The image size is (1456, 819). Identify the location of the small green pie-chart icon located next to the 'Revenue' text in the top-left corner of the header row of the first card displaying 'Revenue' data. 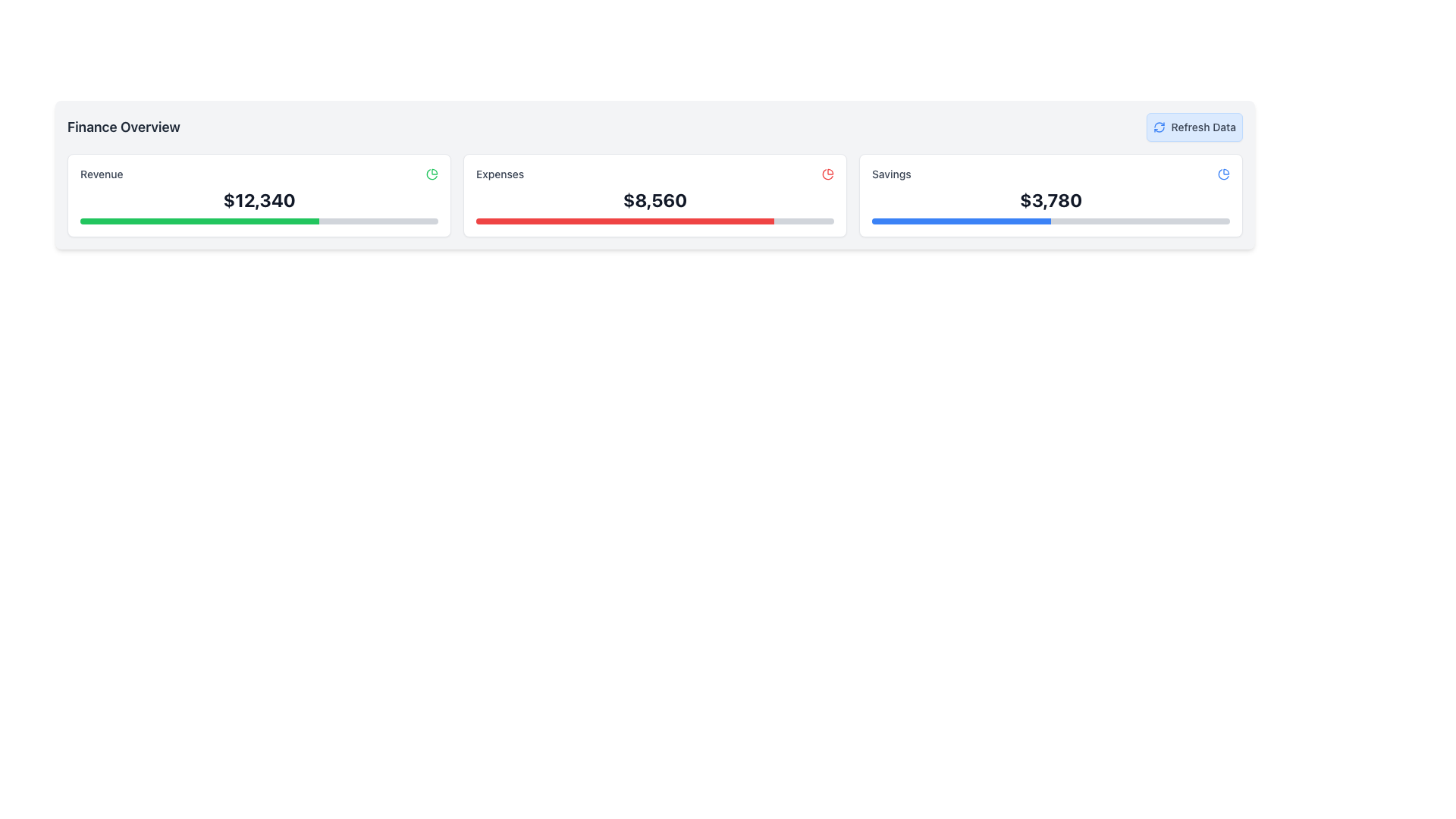
(431, 174).